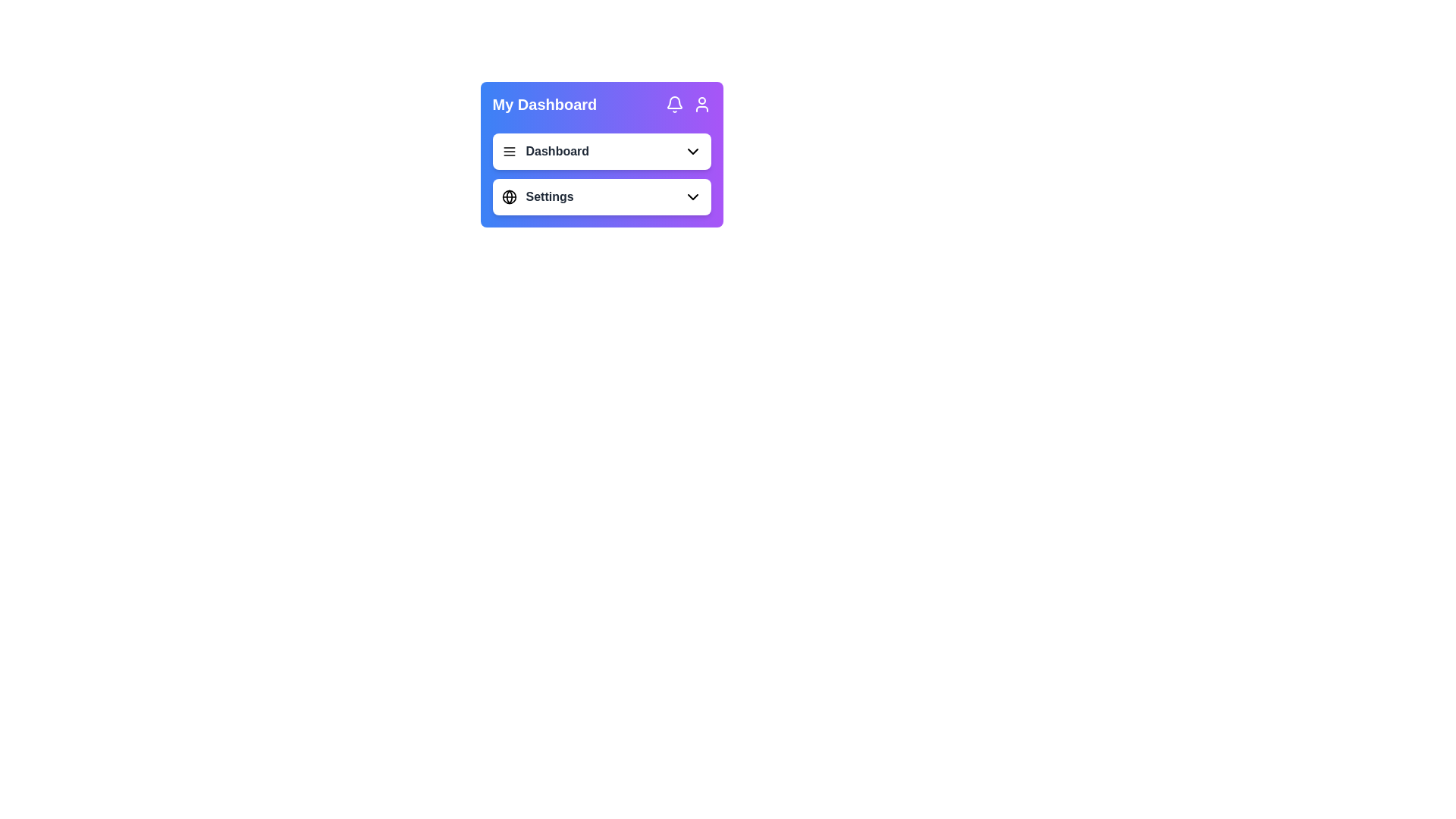  Describe the element at coordinates (548, 196) in the screenshot. I see `the label indicating settings or configuration options located to the right of the globe icon in the 'My Dashboard' card` at that location.